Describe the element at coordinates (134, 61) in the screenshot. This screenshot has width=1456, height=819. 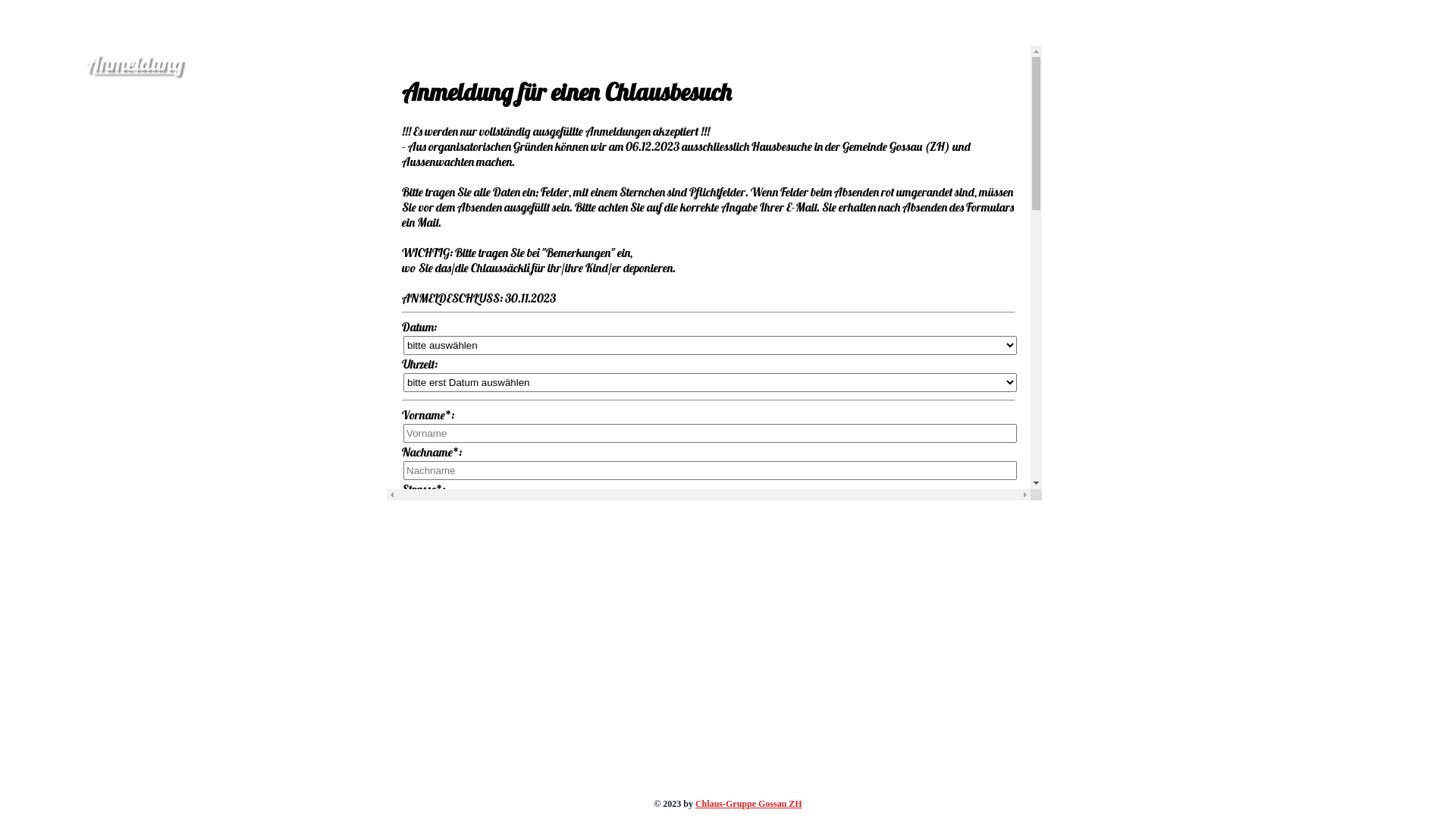
I see `'Anmeldung'` at that location.